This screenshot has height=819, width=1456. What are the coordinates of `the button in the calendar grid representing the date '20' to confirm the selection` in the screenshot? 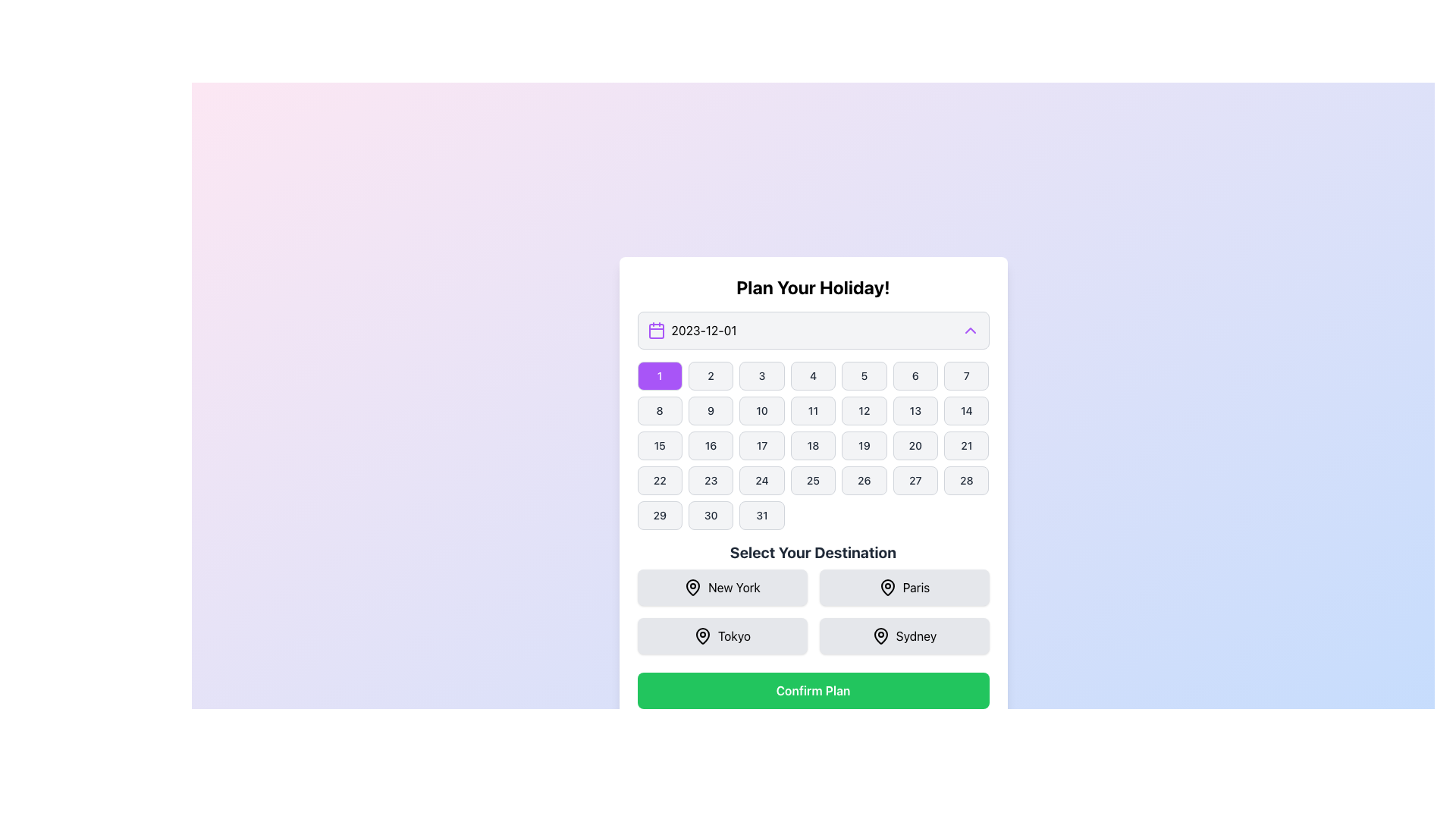 It's located at (915, 444).